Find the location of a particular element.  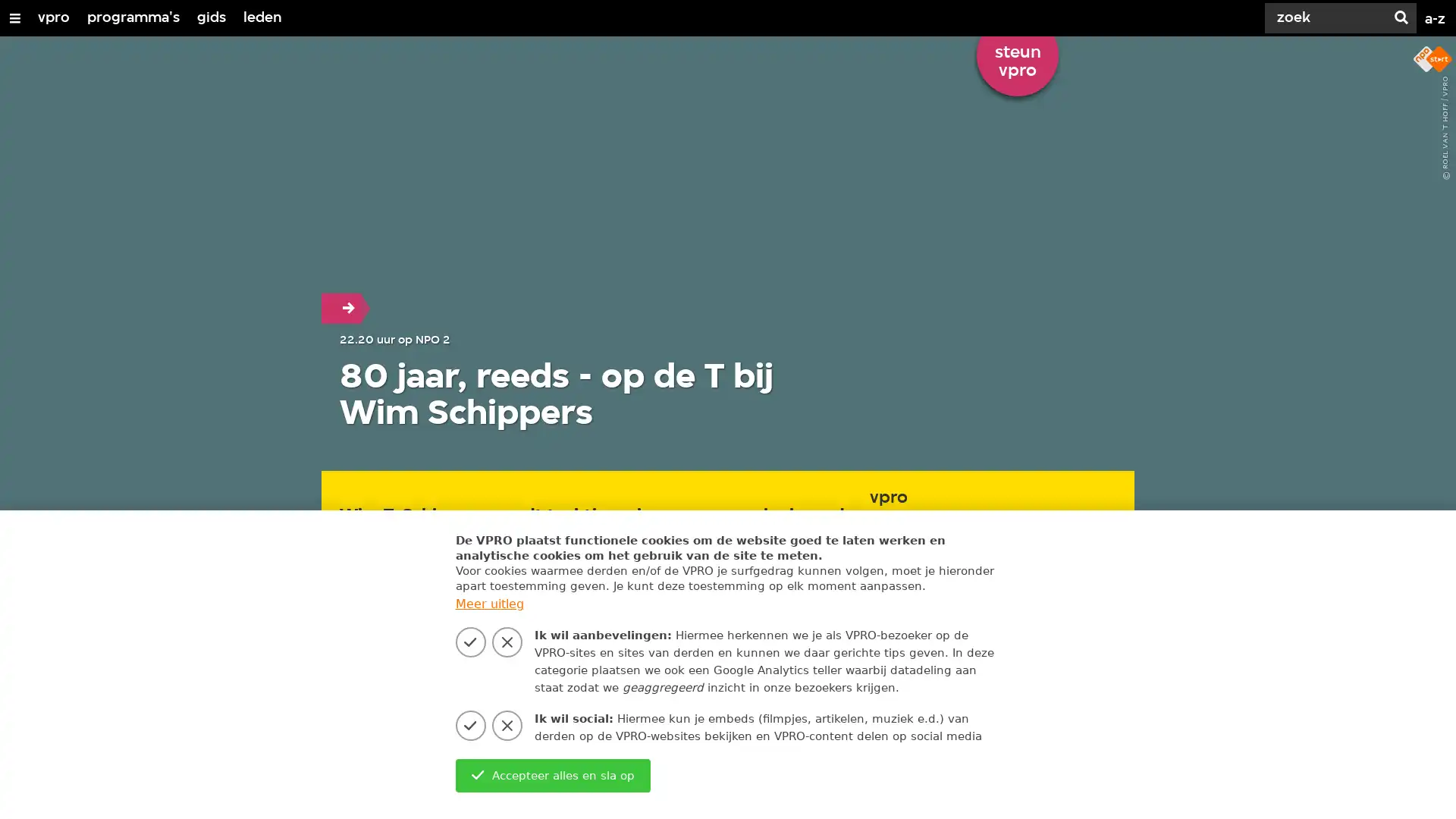

Accepteer alles en sla op is located at coordinates (551, 775).